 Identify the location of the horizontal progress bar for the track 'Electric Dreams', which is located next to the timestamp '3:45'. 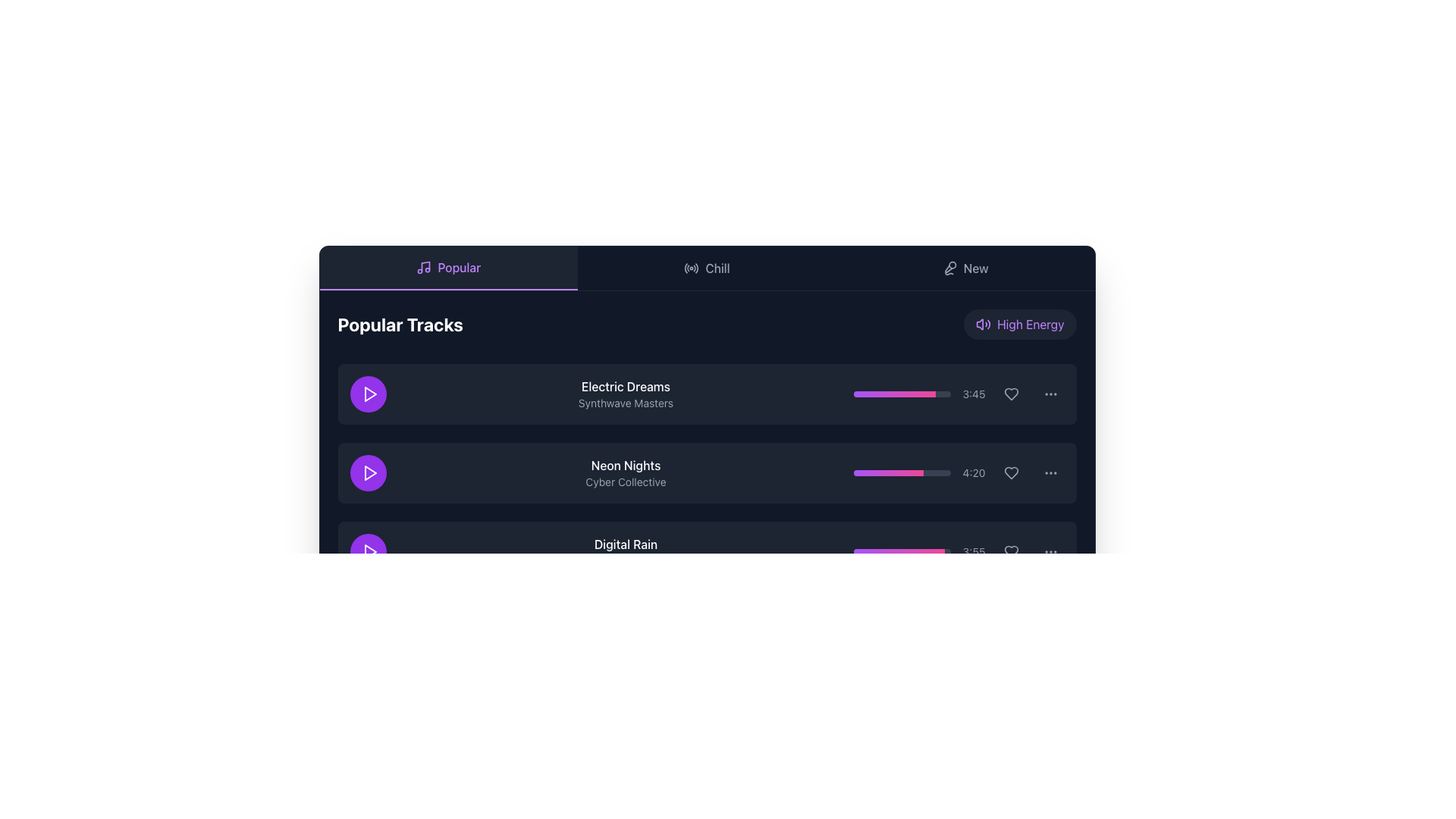
(902, 394).